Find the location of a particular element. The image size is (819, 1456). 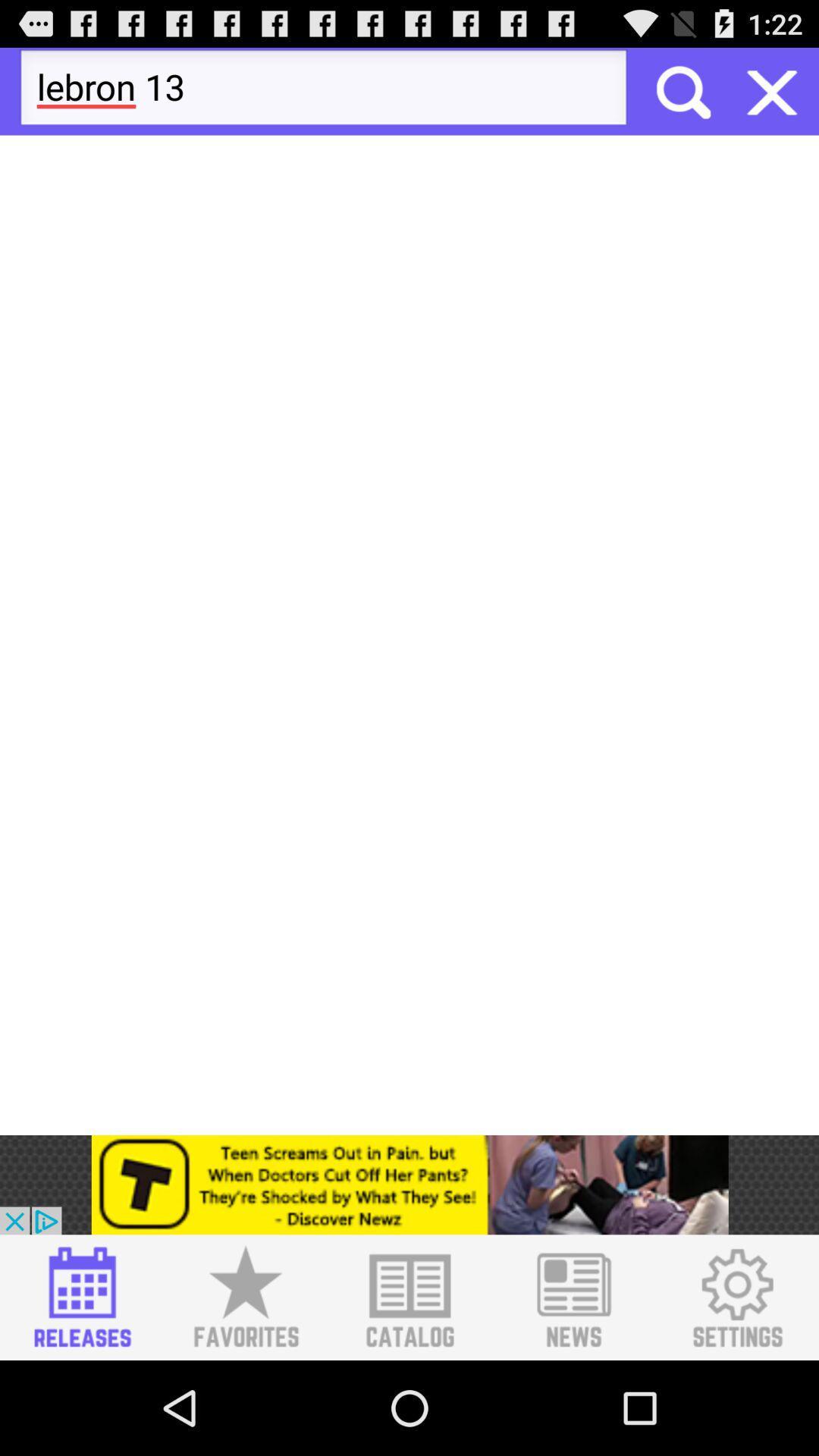

advertisement is located at coordinates (409, 1184).